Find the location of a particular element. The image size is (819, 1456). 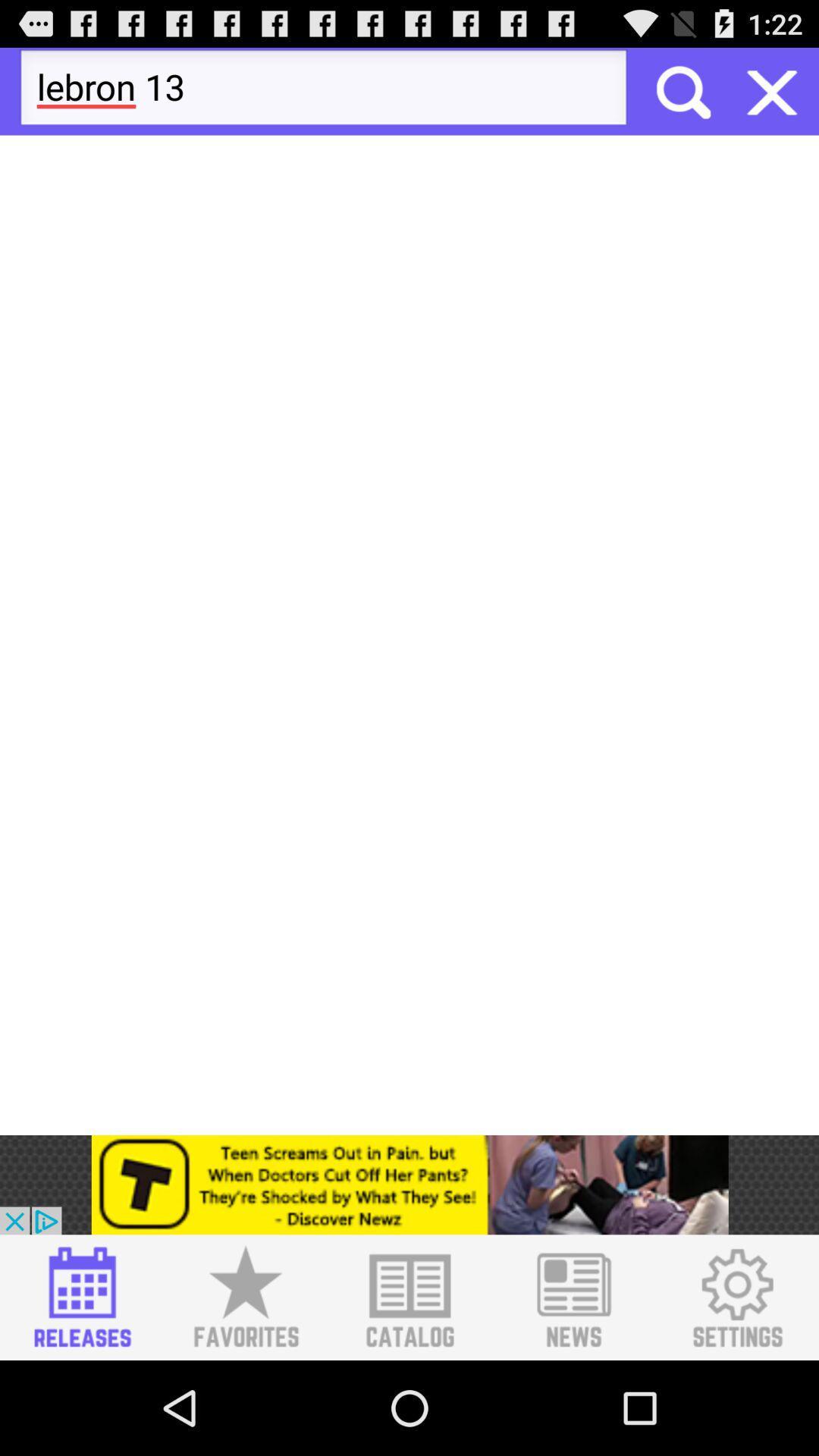

advertisement is located at coordinates (409, 1184).